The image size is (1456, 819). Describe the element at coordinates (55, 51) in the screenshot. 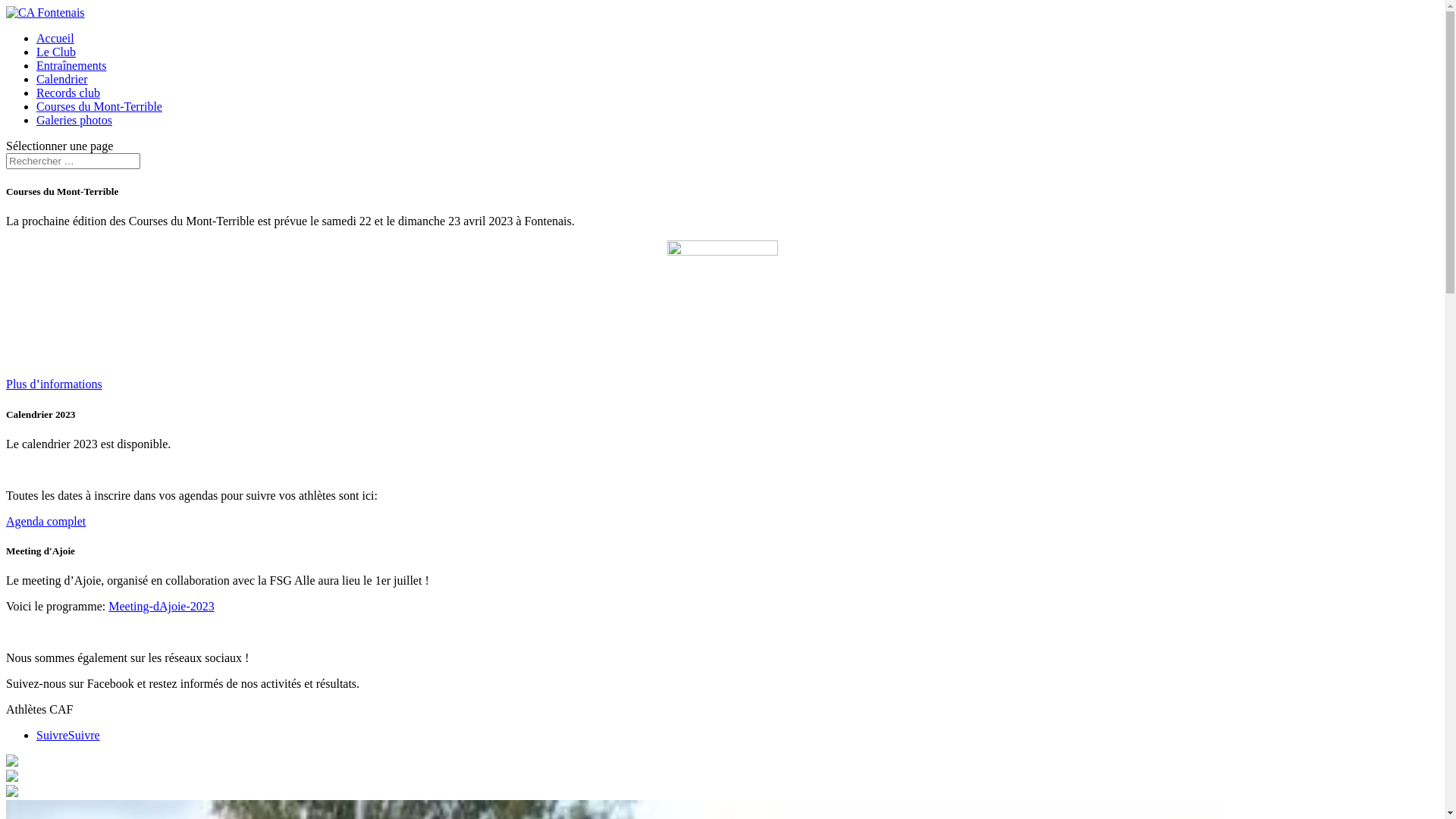

I see `'Le Club'` at that location.